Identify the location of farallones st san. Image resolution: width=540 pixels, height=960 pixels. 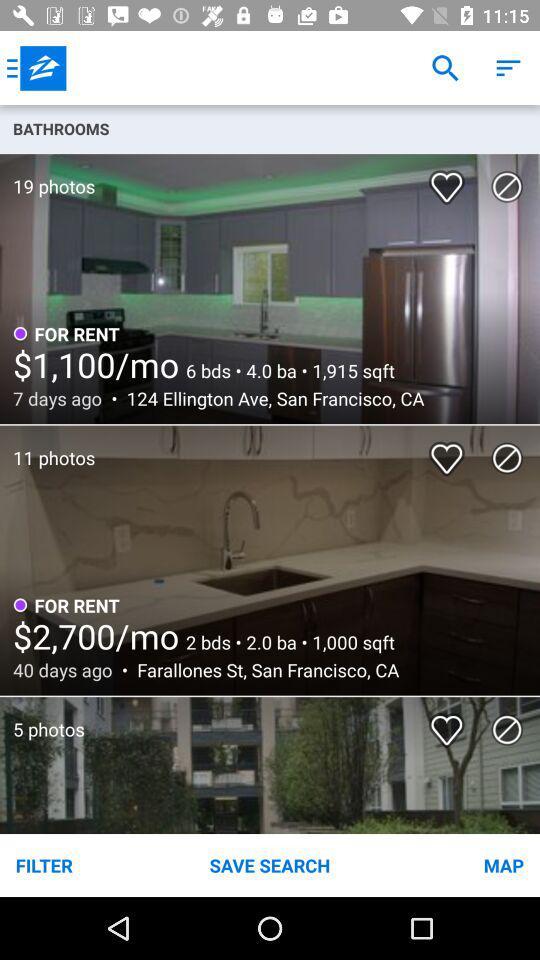
(262, 670).